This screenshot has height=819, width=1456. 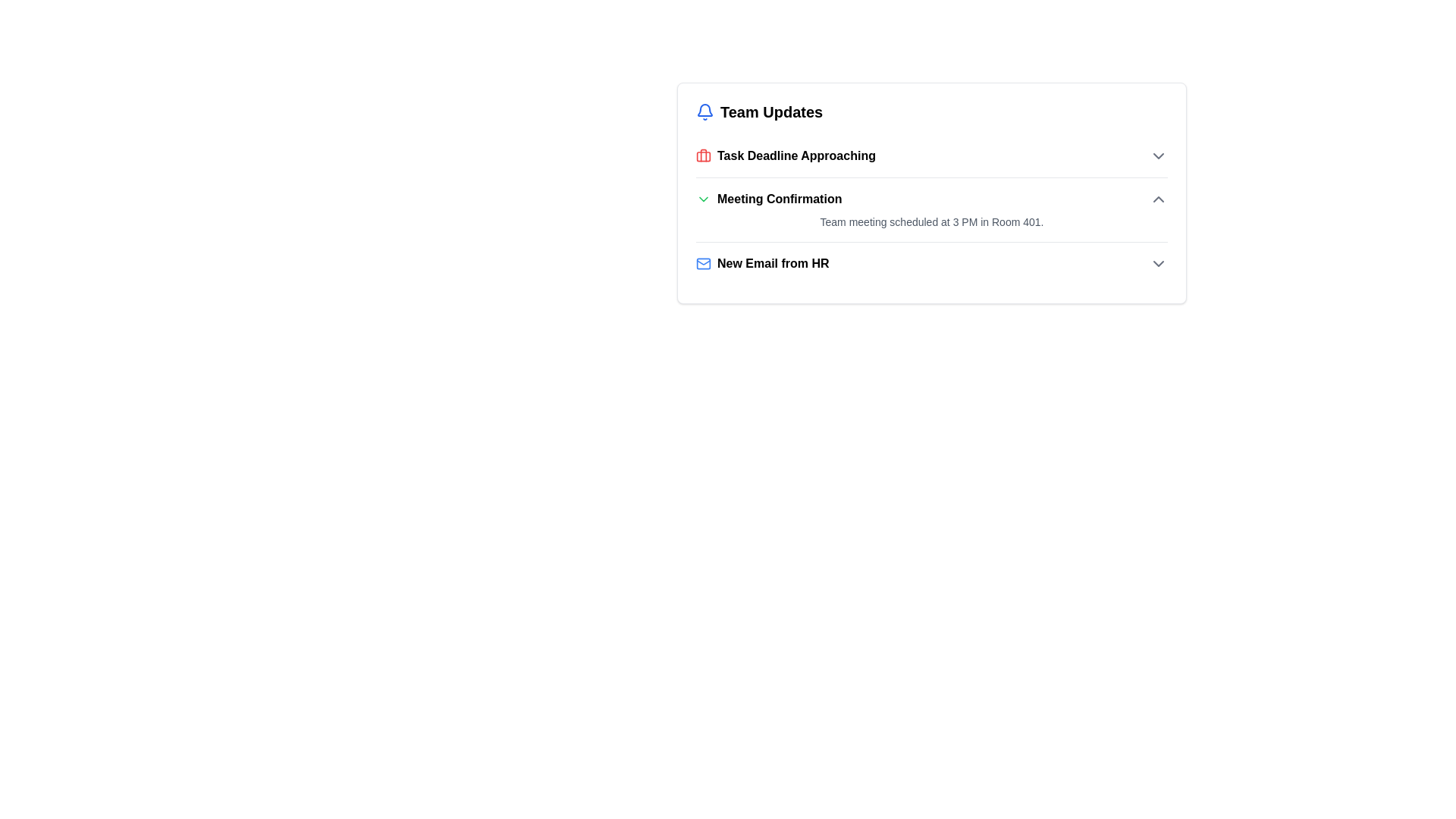 What do you see at coordinates (930, 210) in the screenshot?
I see `the 'Meeting Confirmation' collapsible notification block` at bounding box center [930, 210].